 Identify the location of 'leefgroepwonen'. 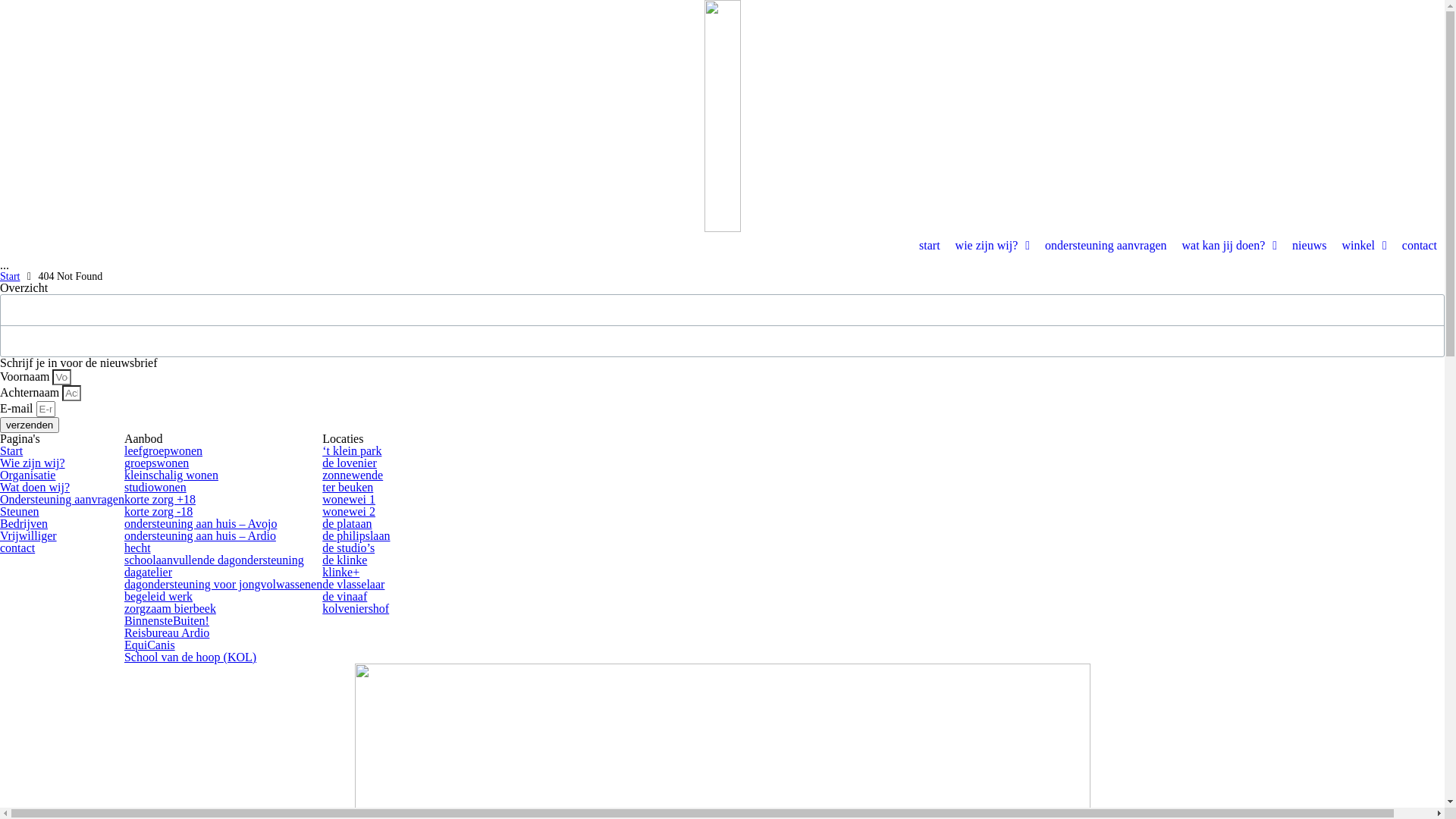
(163, 450).